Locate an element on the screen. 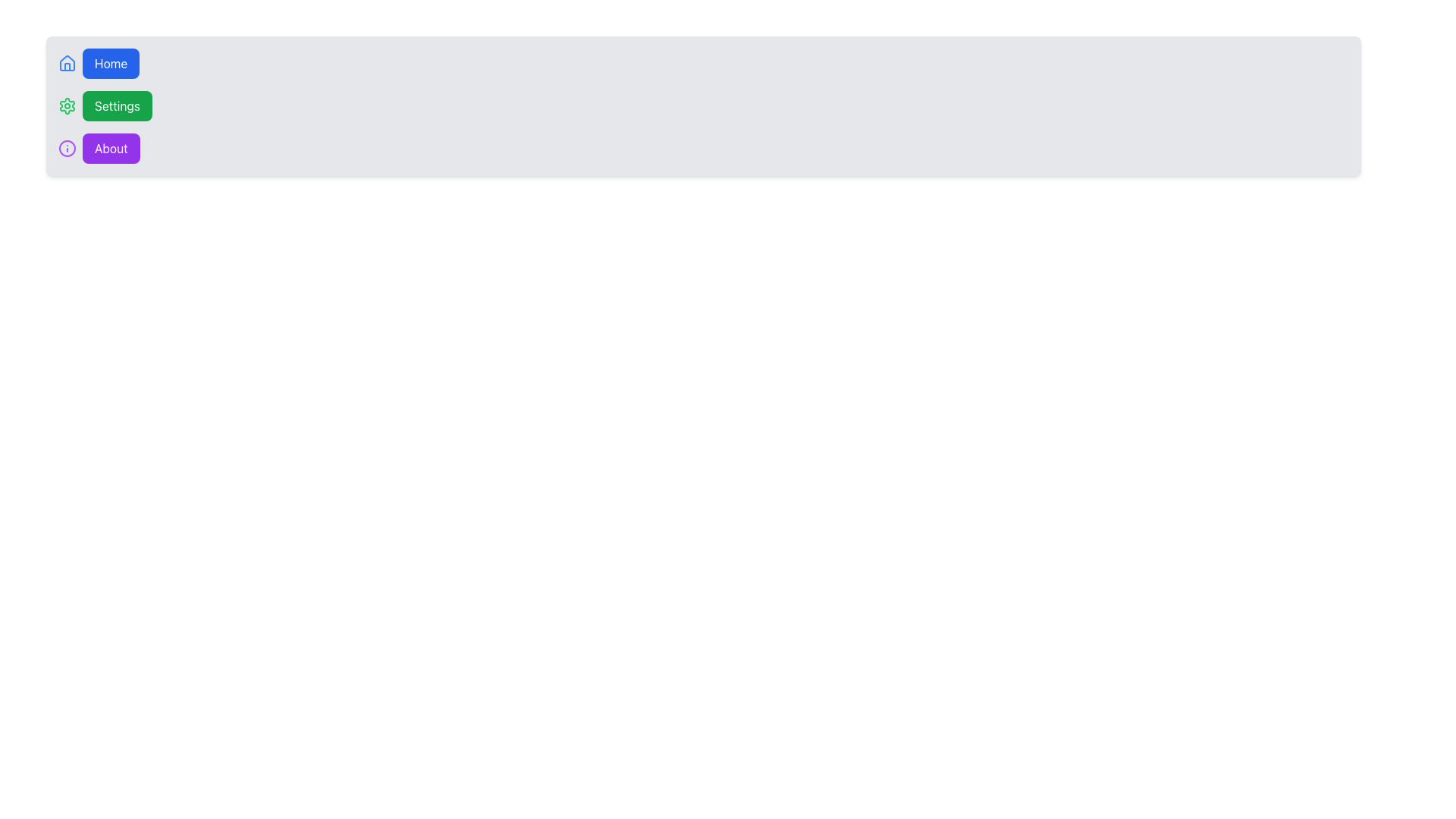 The height and width of the screenshot is (819, 1456). the navigation button located at the top of the vertical menu is located at coordinates (98, 63).